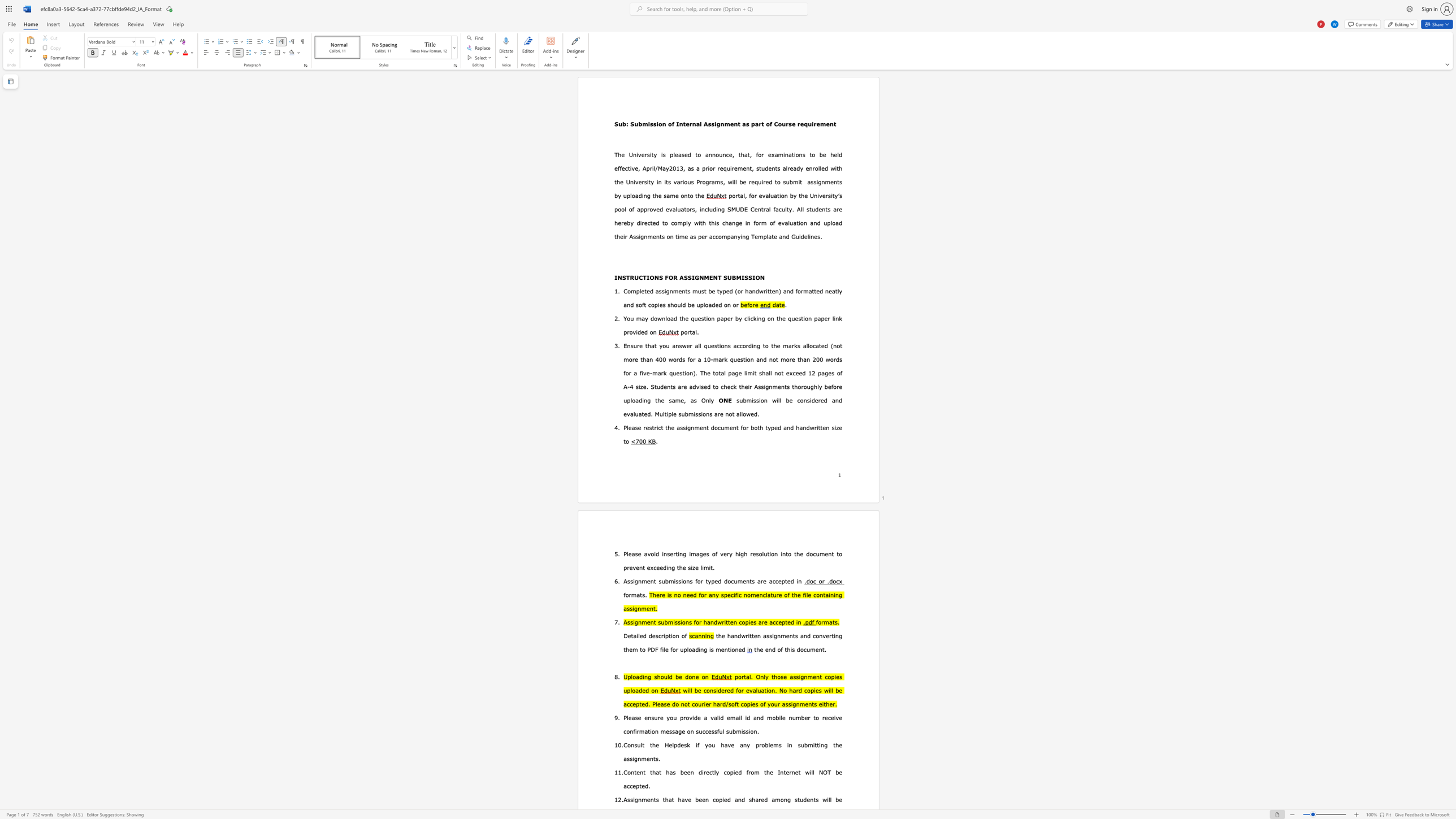 The height and width of the screenshot is (819, 1456). What do you see at coordinates (770, 427) in the screenshot?
I see `the subset text "ped and handwr" within the text "for both typed and handwritten"` at bounding box center [770, 427].